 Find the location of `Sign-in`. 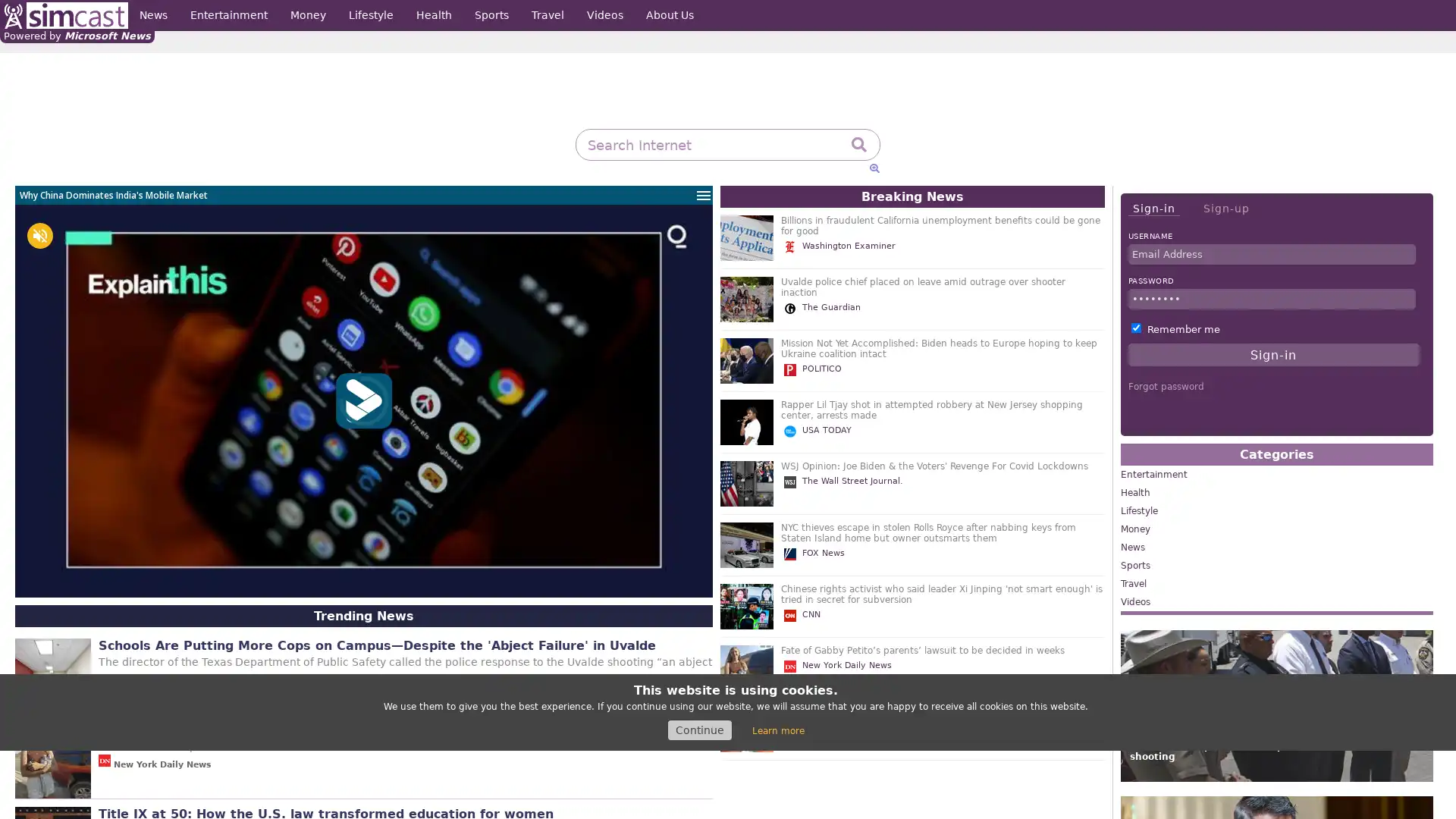

Sign-in is located at coordinates (1153, 209).